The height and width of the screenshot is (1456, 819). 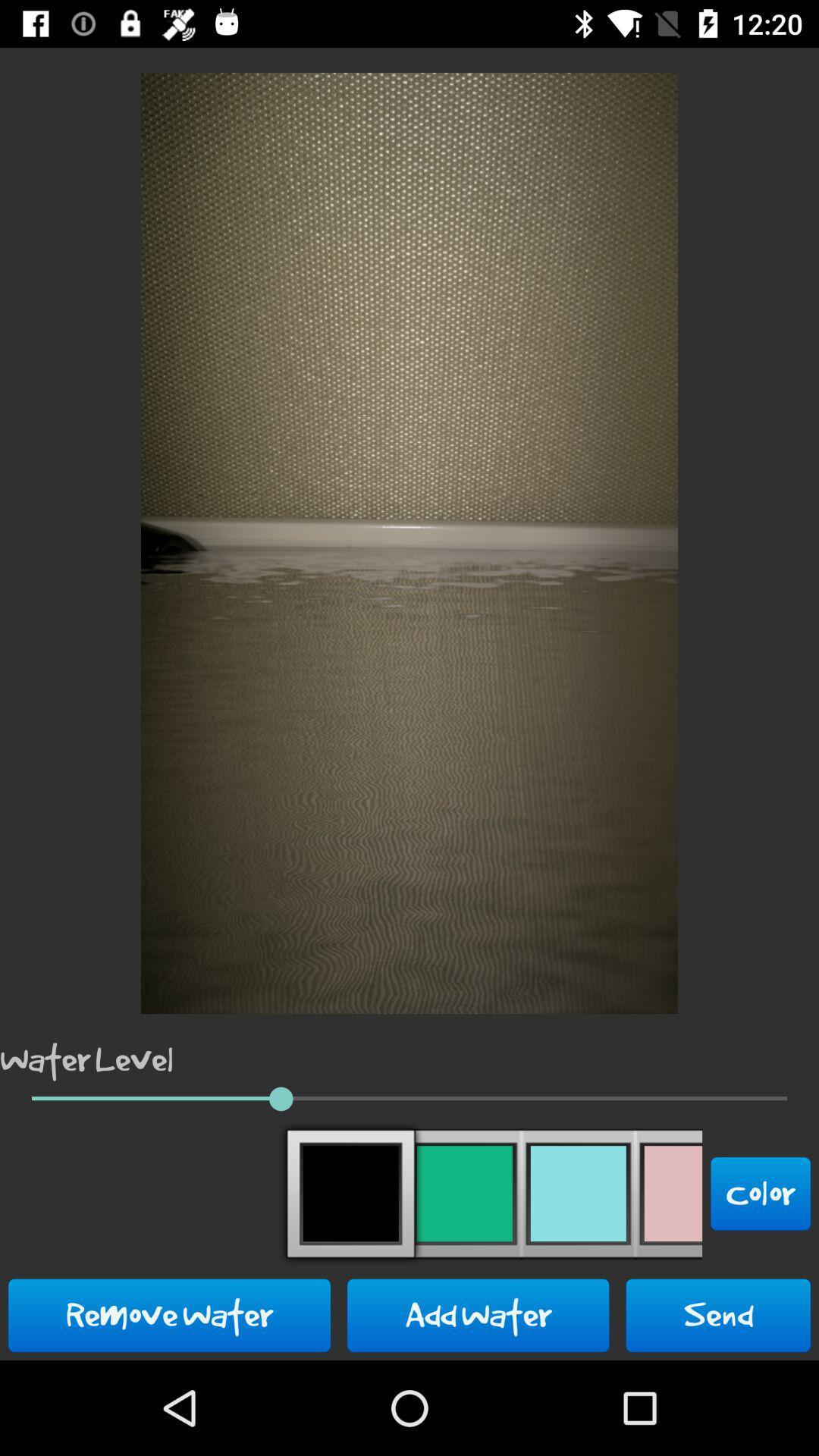 I want to click on the color button, so click(x=761, y=1193).